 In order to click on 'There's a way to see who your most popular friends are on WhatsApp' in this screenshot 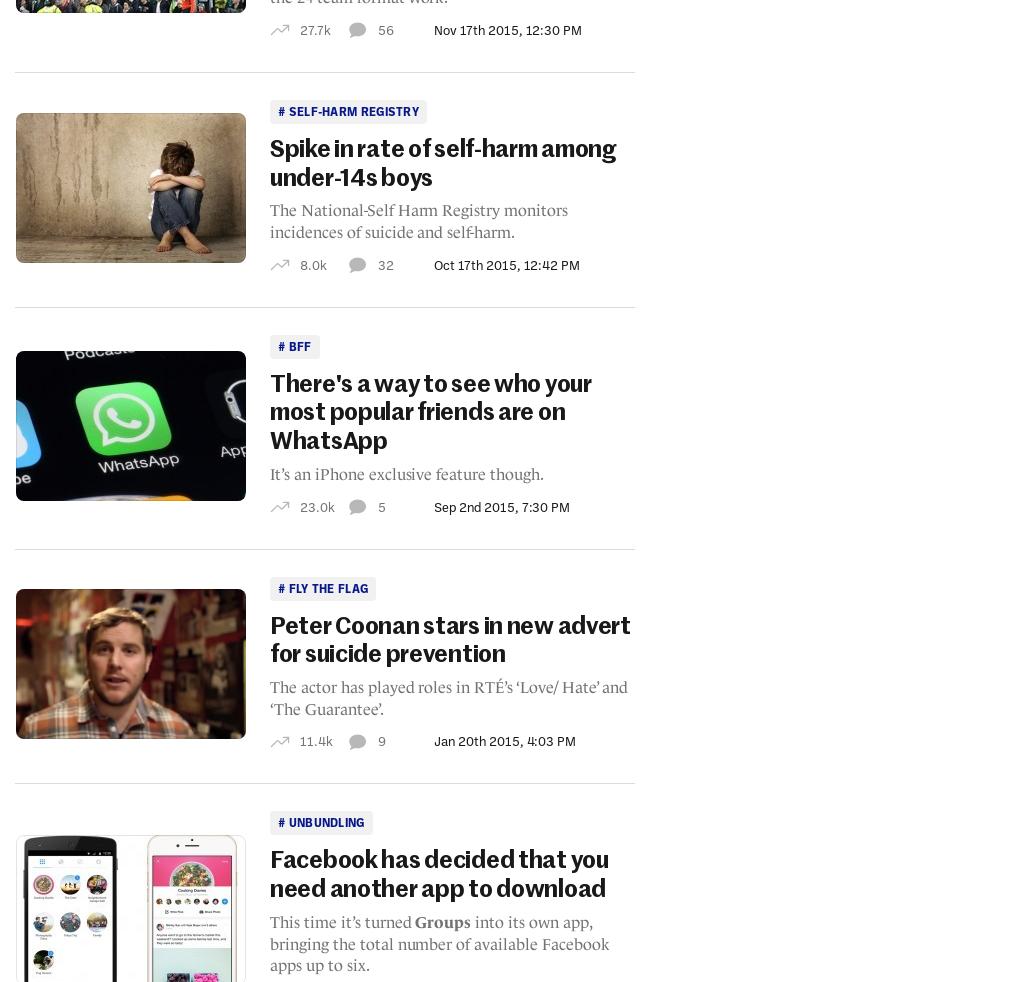, I will do `click(429, 413)`.